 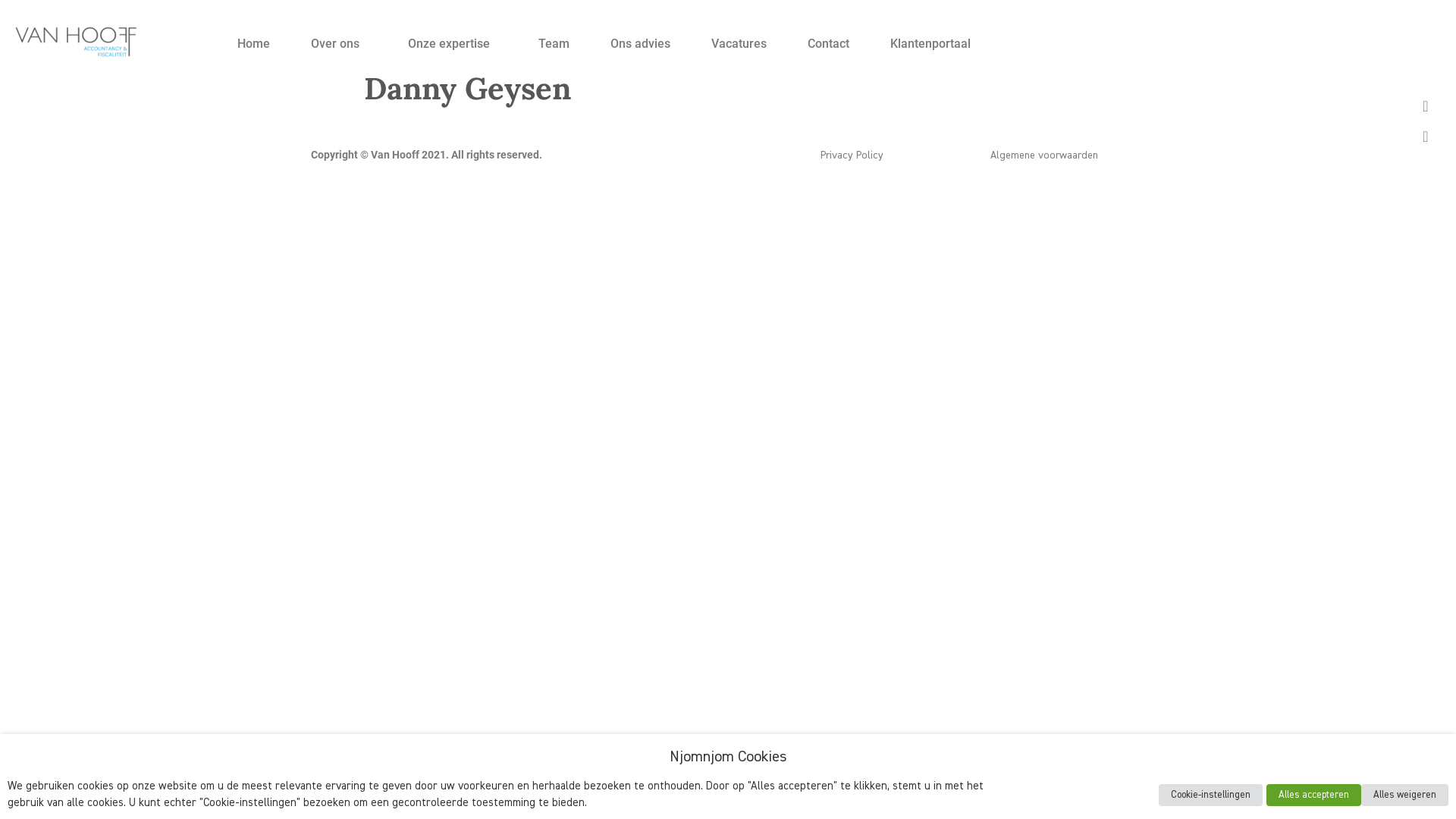 I want to click on 'Alles accepteren', so click(x=1313, y=794).